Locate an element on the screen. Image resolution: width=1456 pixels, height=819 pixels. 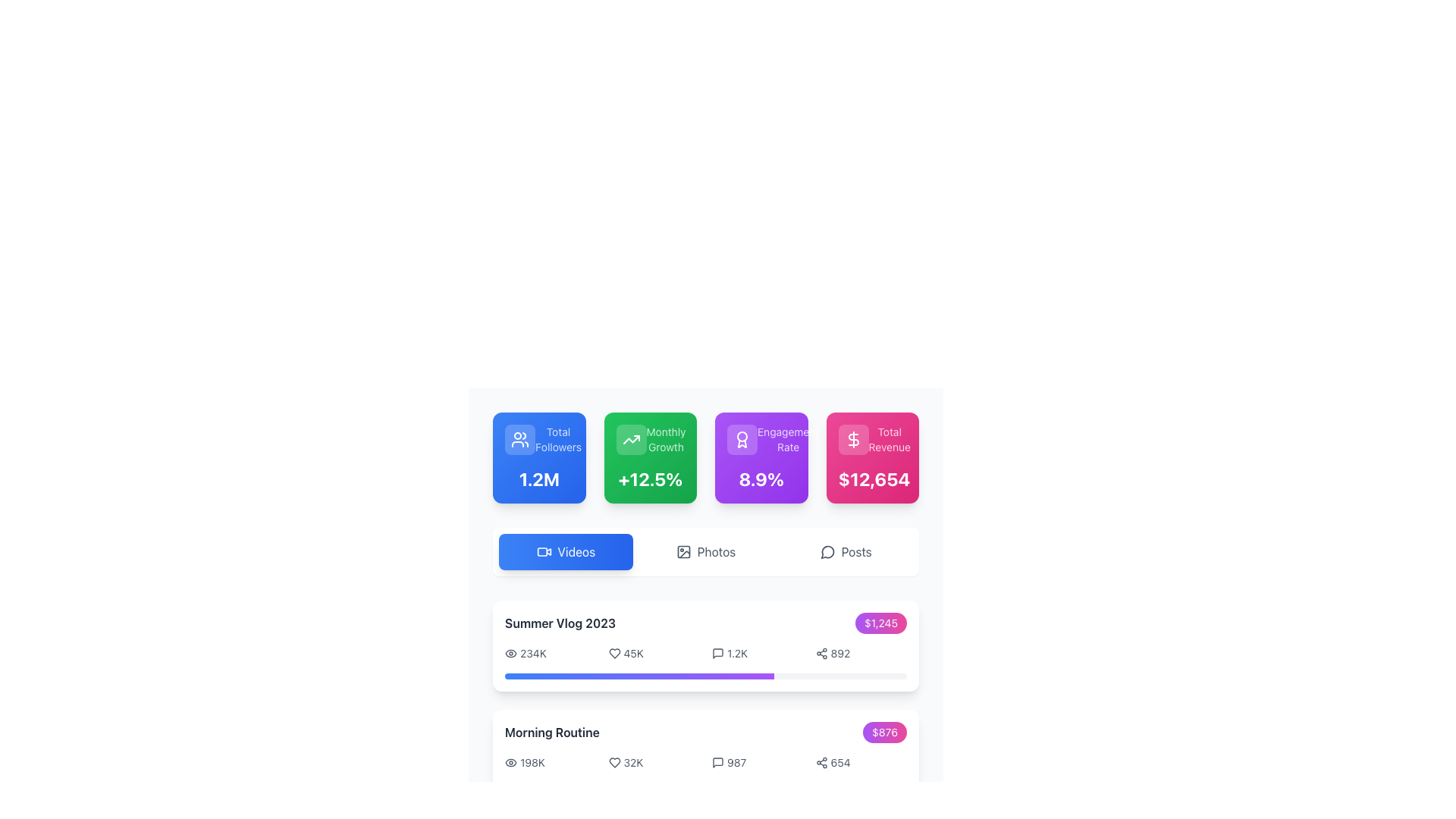
the '45K' text label, which is in gray color and located in the 'Summer Vlog 2023' section, to associate the displayed count with the respective interaction is located at coordinates (633, 652).